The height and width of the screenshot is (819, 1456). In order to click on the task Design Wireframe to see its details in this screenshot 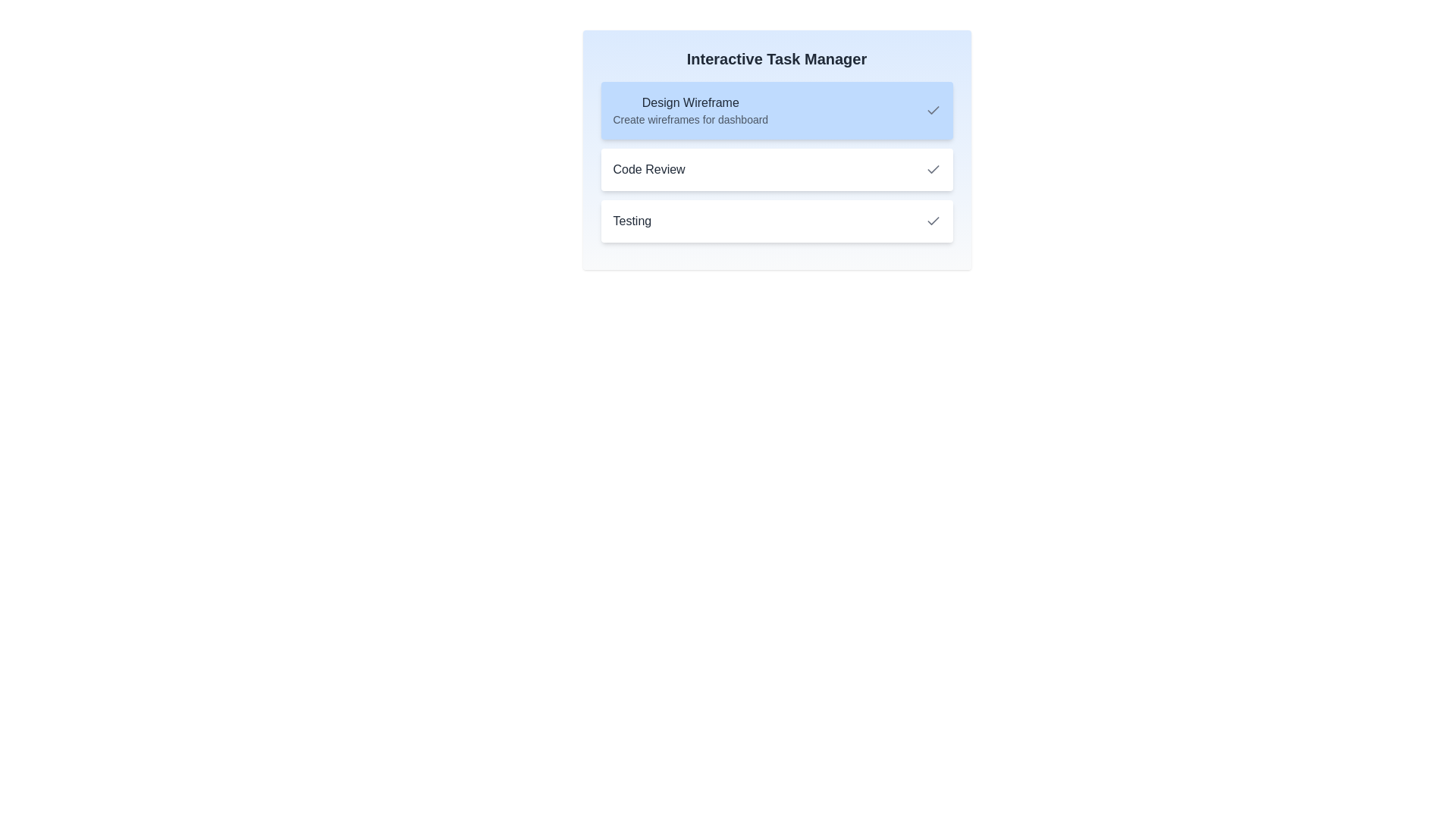, I will do `click(777, 110)`.